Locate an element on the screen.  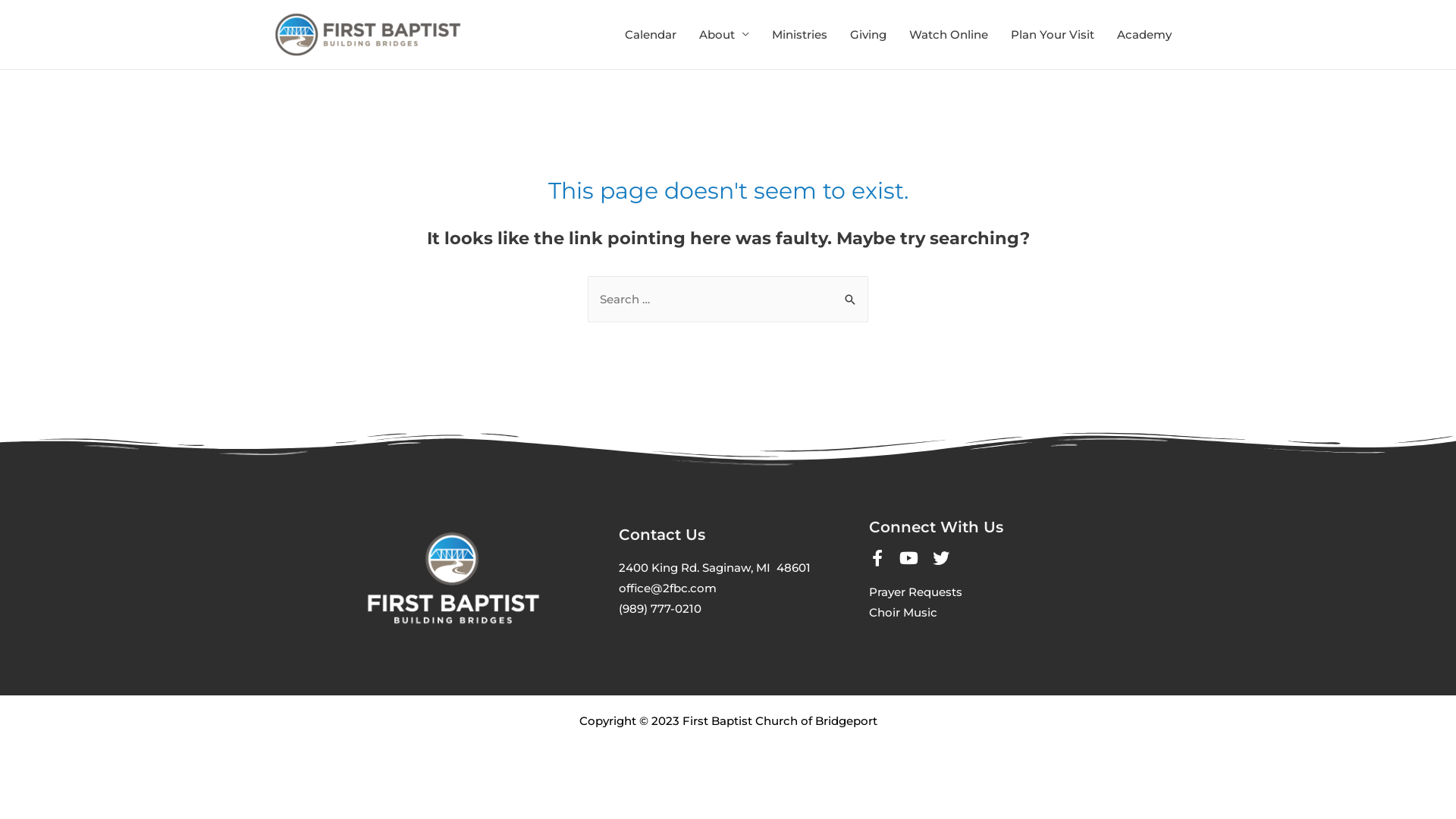
'About' is located at coordinates (687, 34).